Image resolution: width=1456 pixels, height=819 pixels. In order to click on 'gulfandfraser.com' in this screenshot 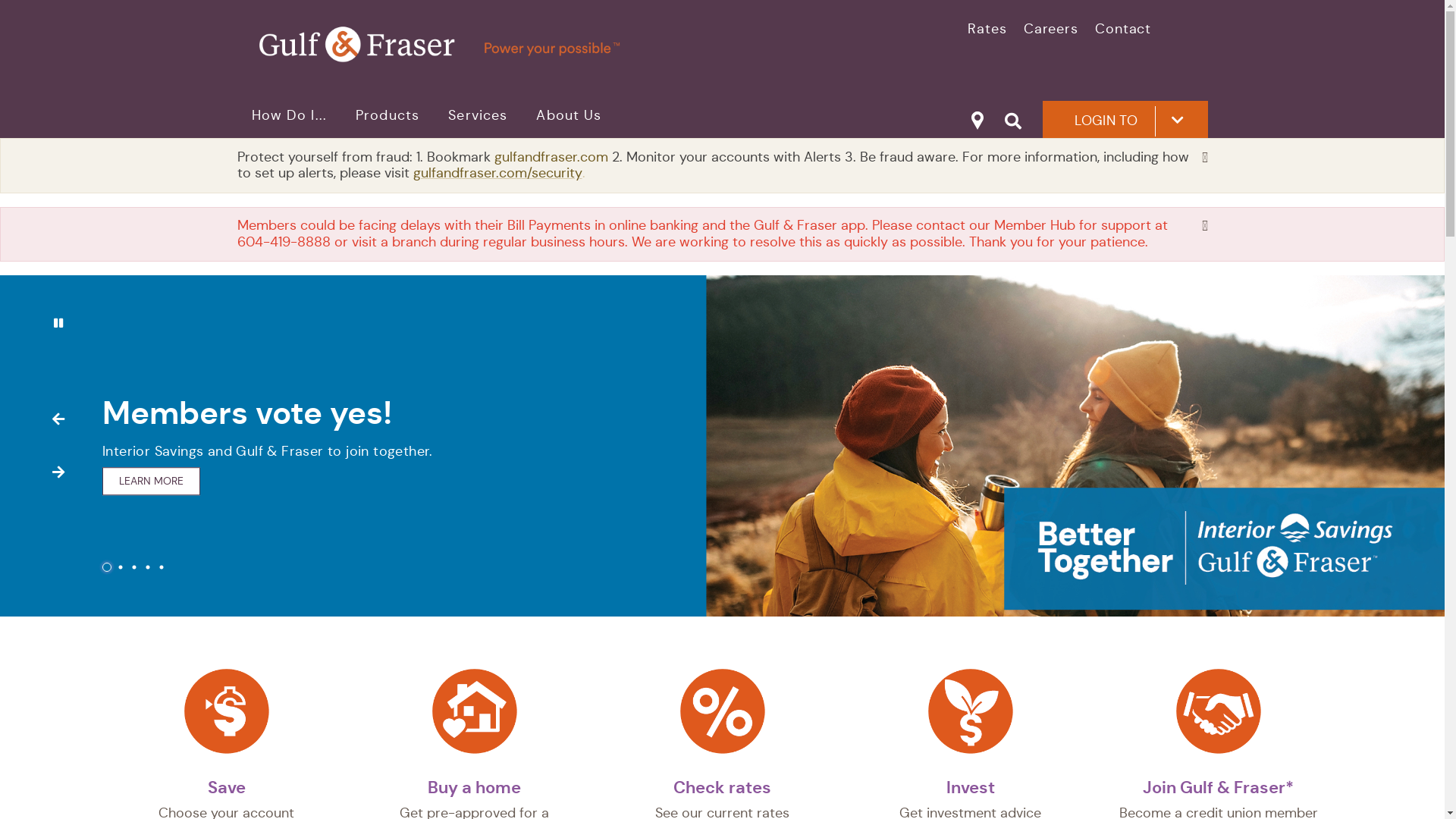, I will do `click(552, 157)`.